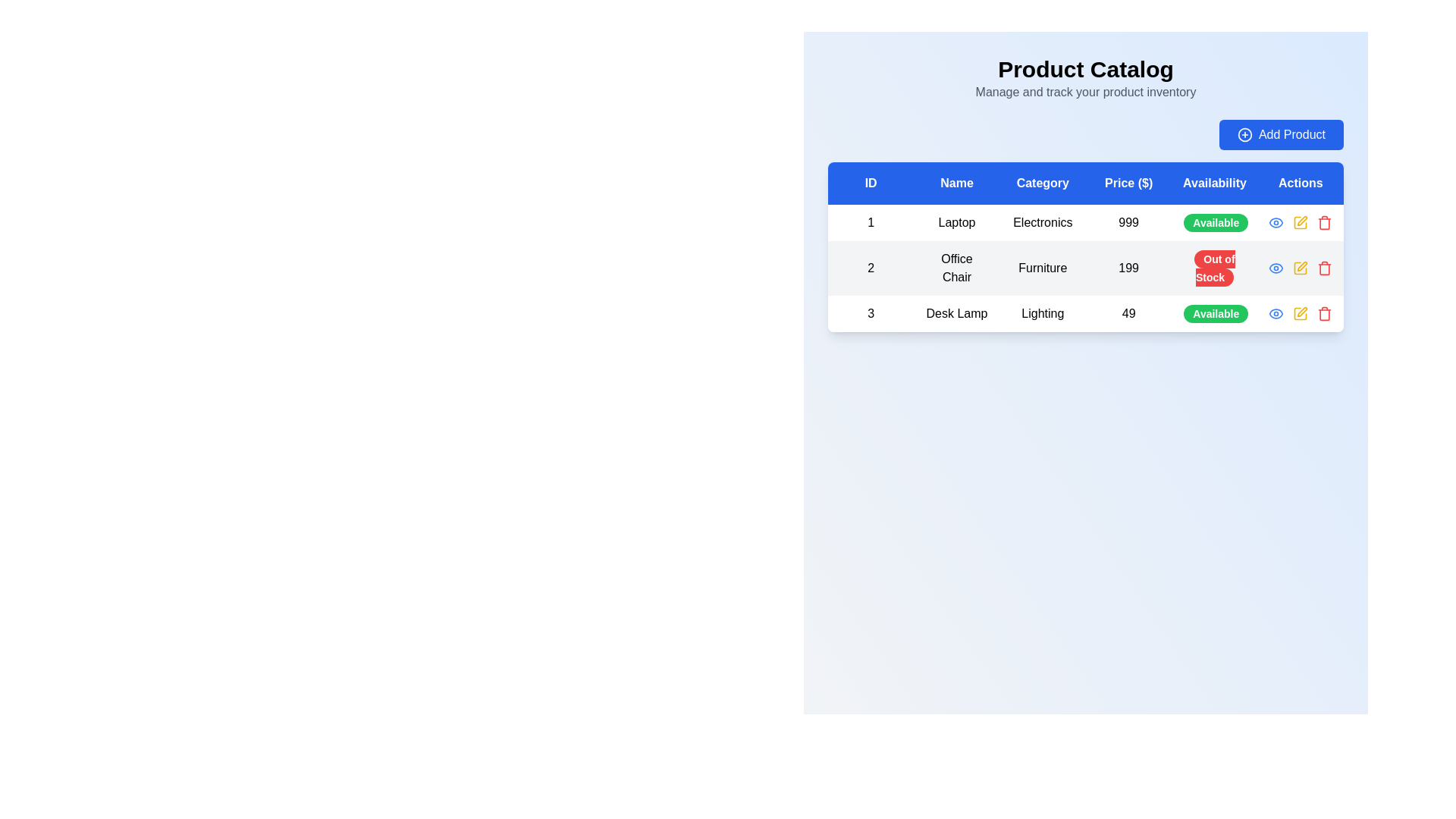 Image resolution: width=1456 pixels, height=819 pixels. I want to click on the text element that serves as an identifier for the corresponding row in the table, located in the top-left column under the 'ID' table heading, so click(871, 222).